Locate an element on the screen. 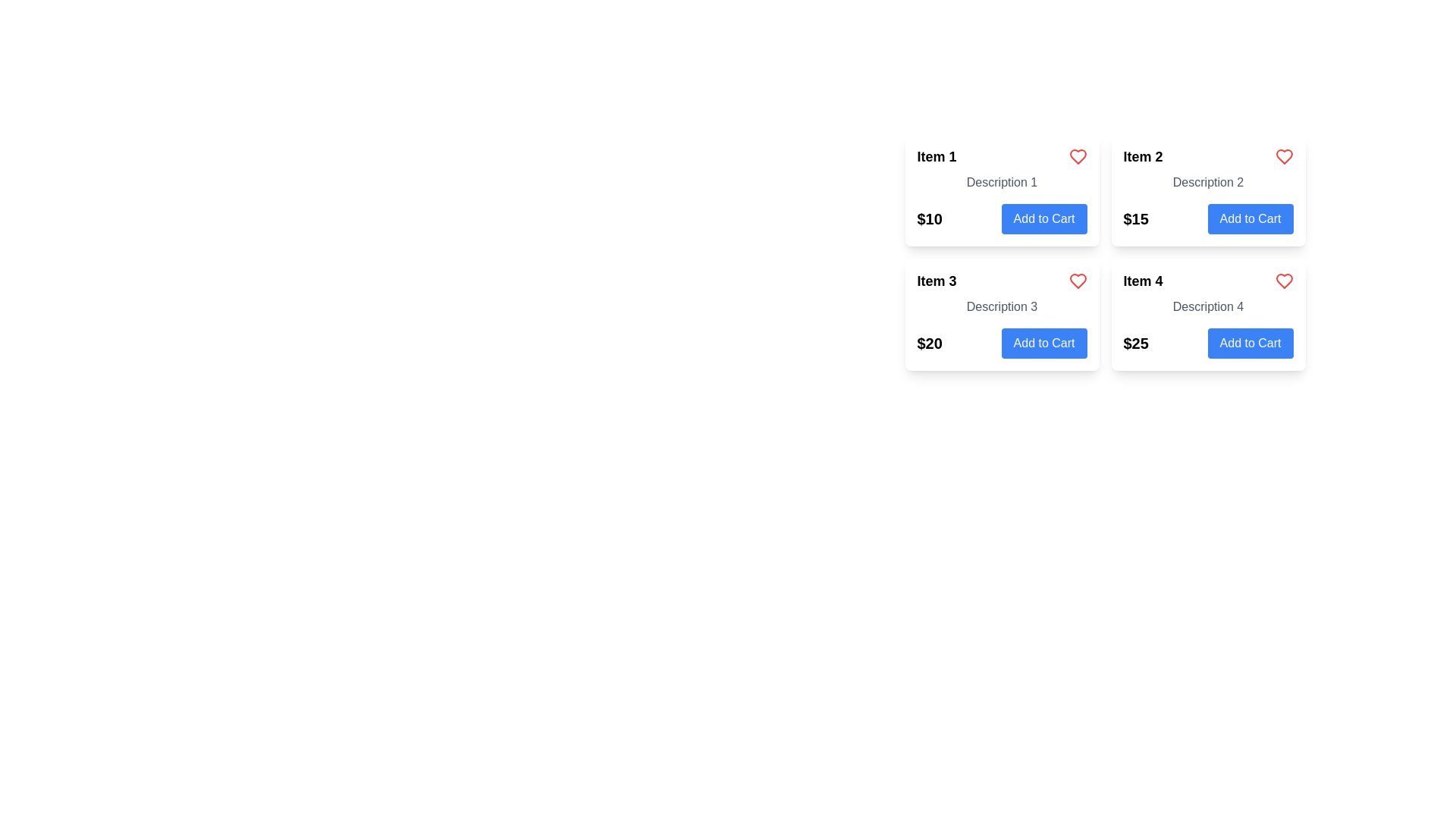  the heart-shaped favorite icon located at the top-right corner of the second item card is located at coordinates (1283, 157).